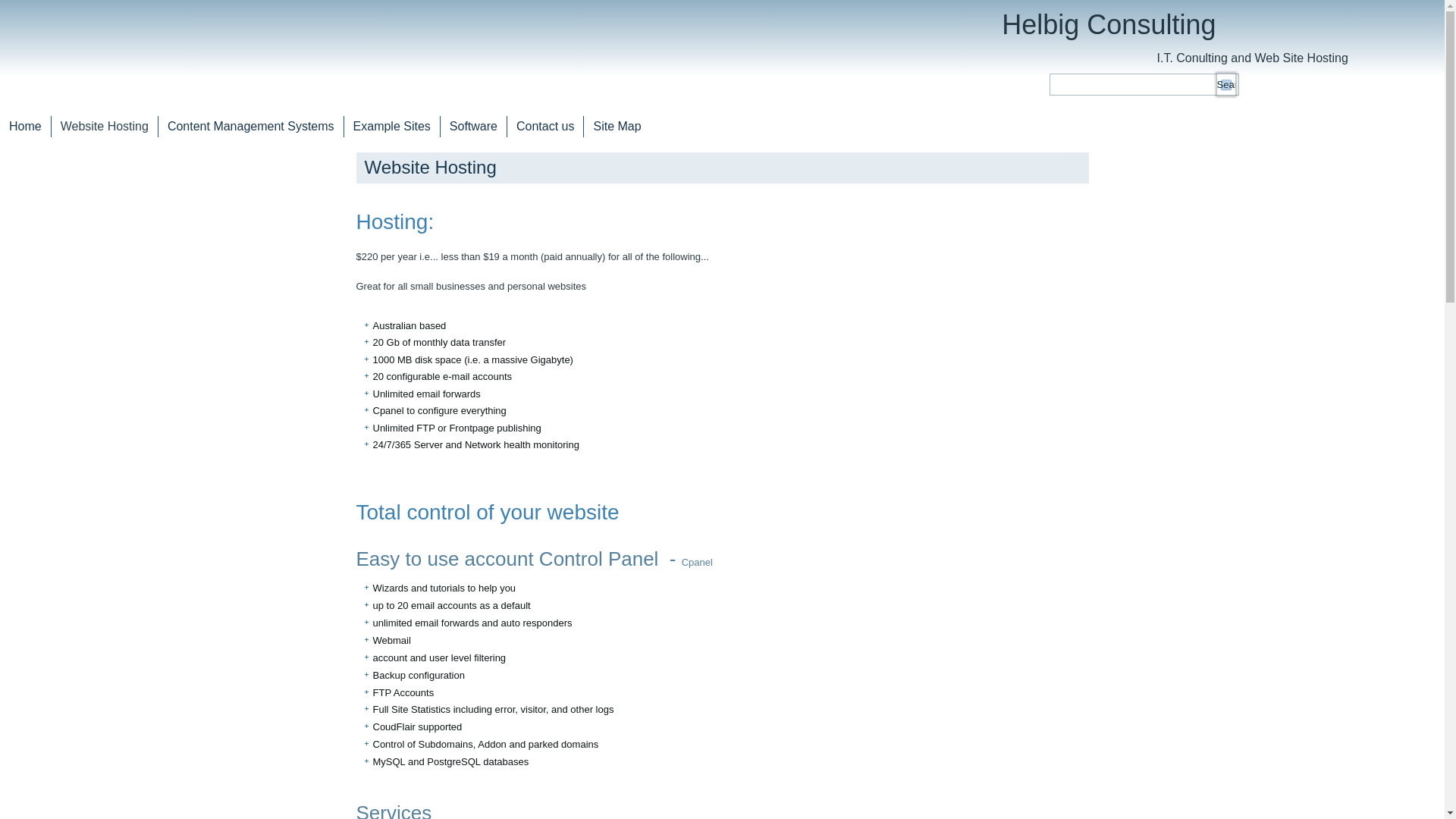 Image resolution: width=1456 pixels, height=819 pixels. Describe the element at coordinates (251, 125) in the screenshot. I see `'Content Management Systems'` at that location.